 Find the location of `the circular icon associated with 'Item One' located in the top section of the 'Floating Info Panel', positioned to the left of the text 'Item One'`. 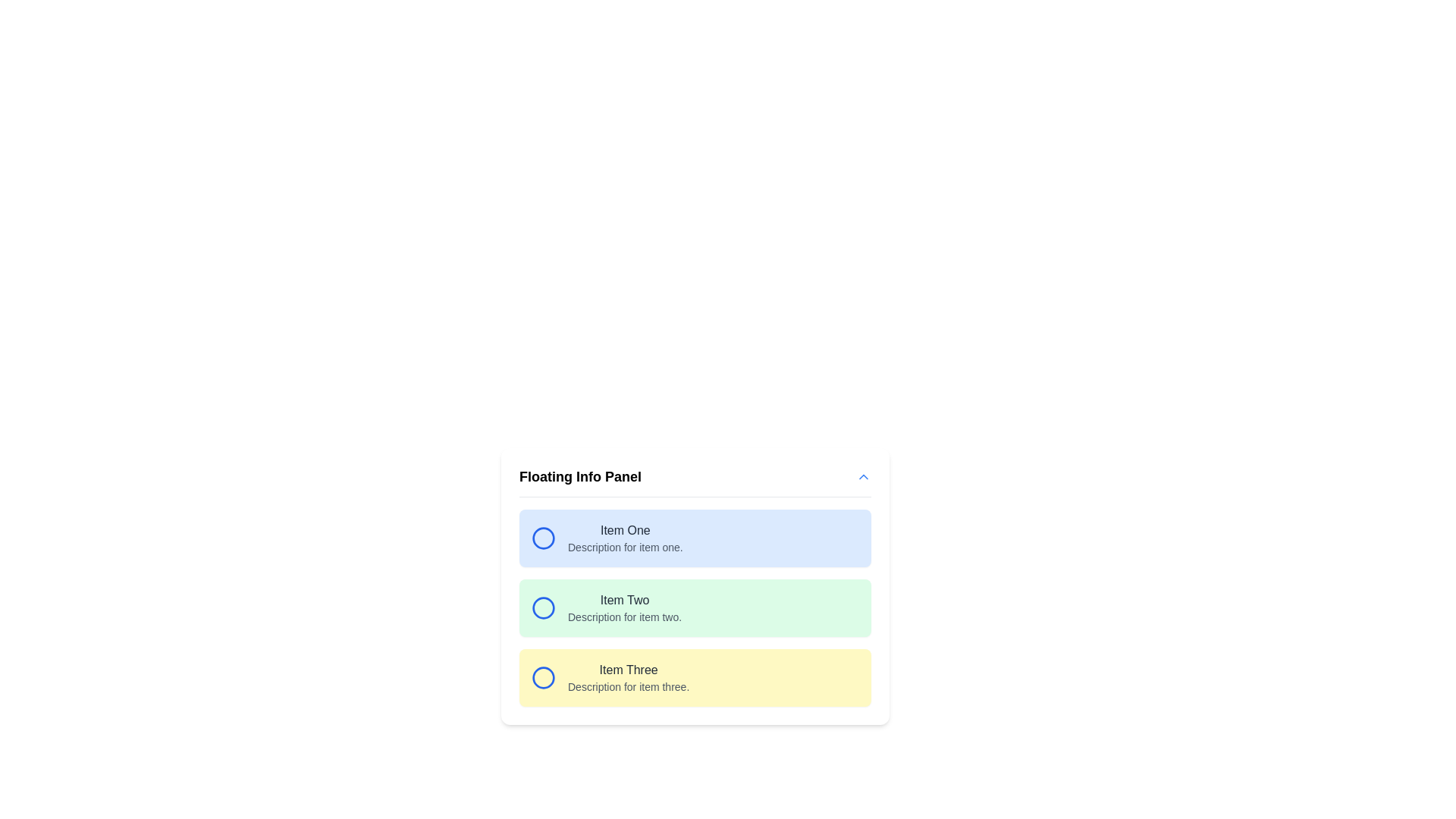

the circular icon associated with 'Item One' located in the top section of the 'Floating Info Panel', positioned to the left of the text 'Item One' is located at coordinates (543, 537).